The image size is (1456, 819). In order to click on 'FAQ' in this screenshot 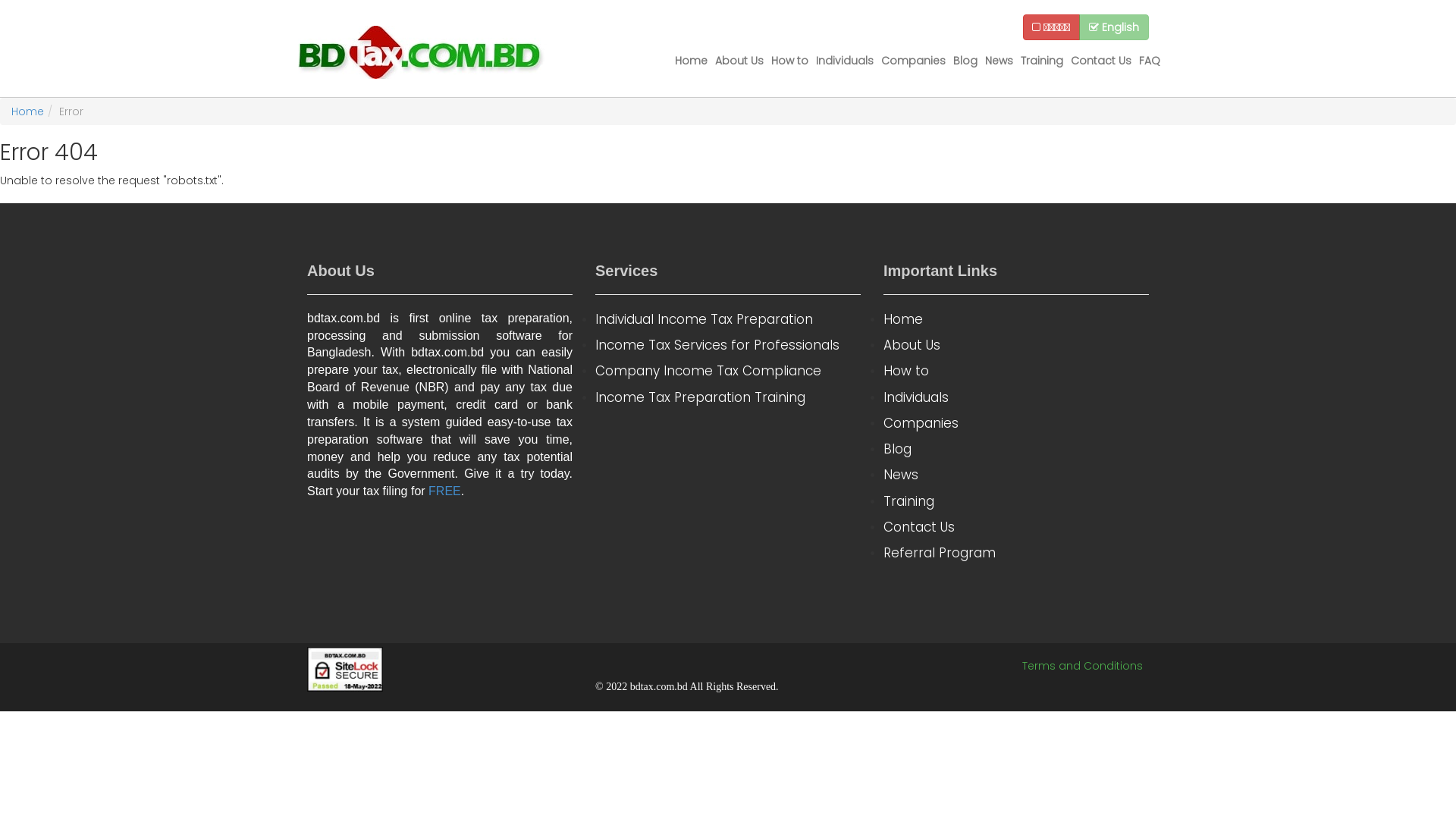, I will do `click(1150, 60)`.